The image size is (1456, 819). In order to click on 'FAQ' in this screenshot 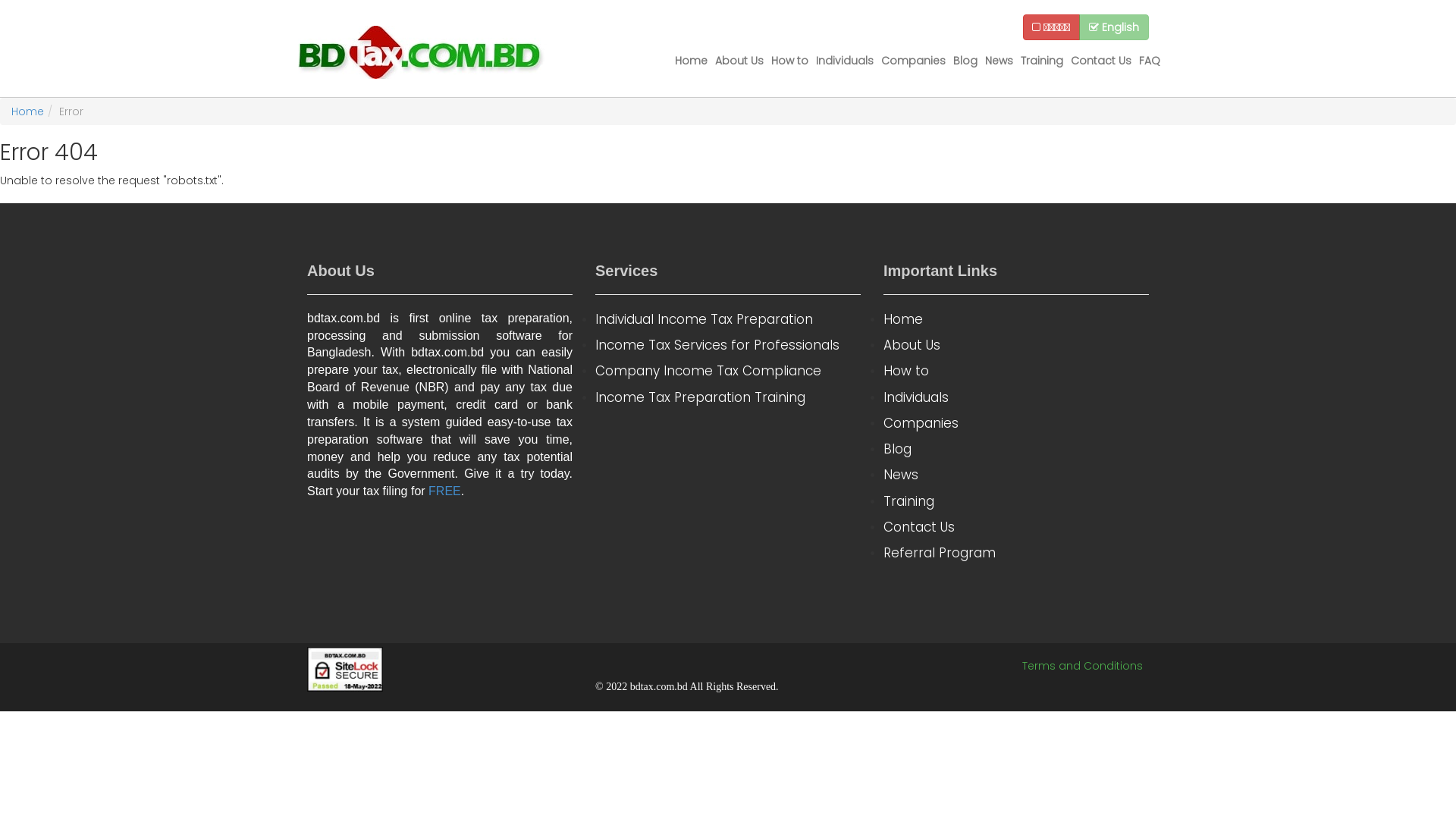, I will do `click(1150, 60)`.